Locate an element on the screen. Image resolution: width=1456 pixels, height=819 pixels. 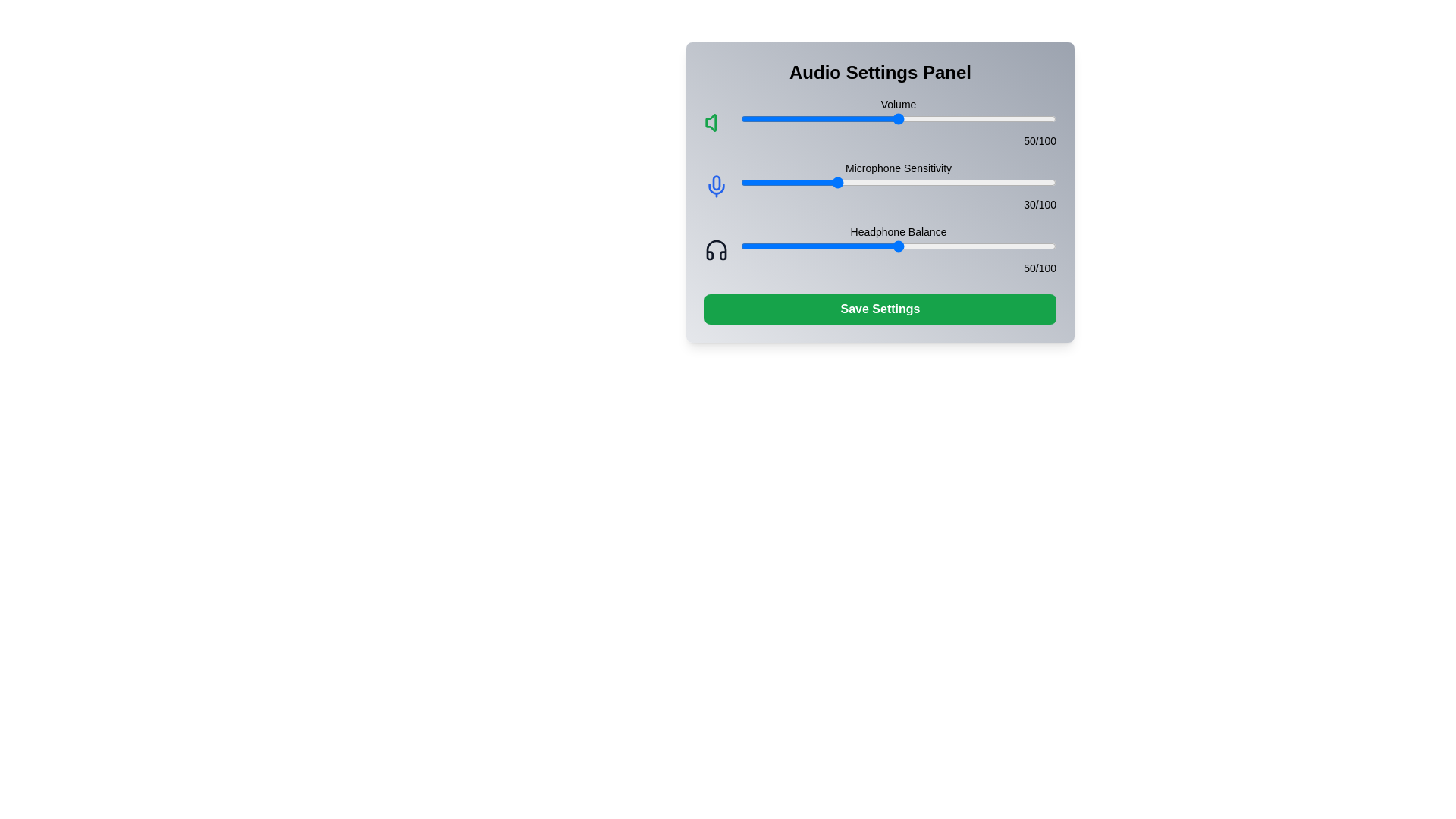
the headphone balance is located at coordinates (1043, 245).